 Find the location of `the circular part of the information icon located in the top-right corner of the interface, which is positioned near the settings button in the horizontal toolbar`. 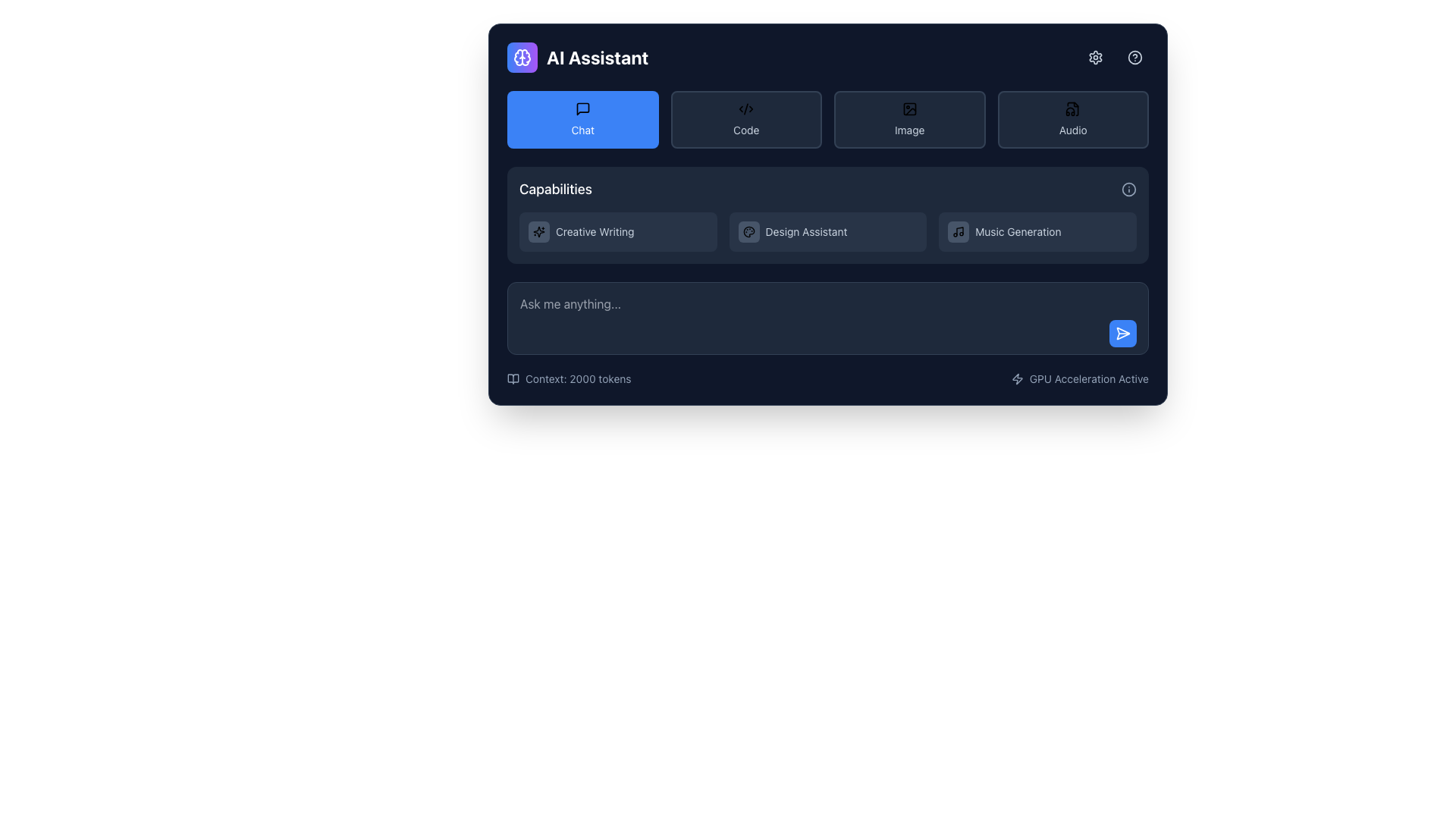

the circular part of the information icon located in the top-right corner of the interface, which is positioned near the settings button in the horizontal toolbar is located at coordinates (1128, 189).